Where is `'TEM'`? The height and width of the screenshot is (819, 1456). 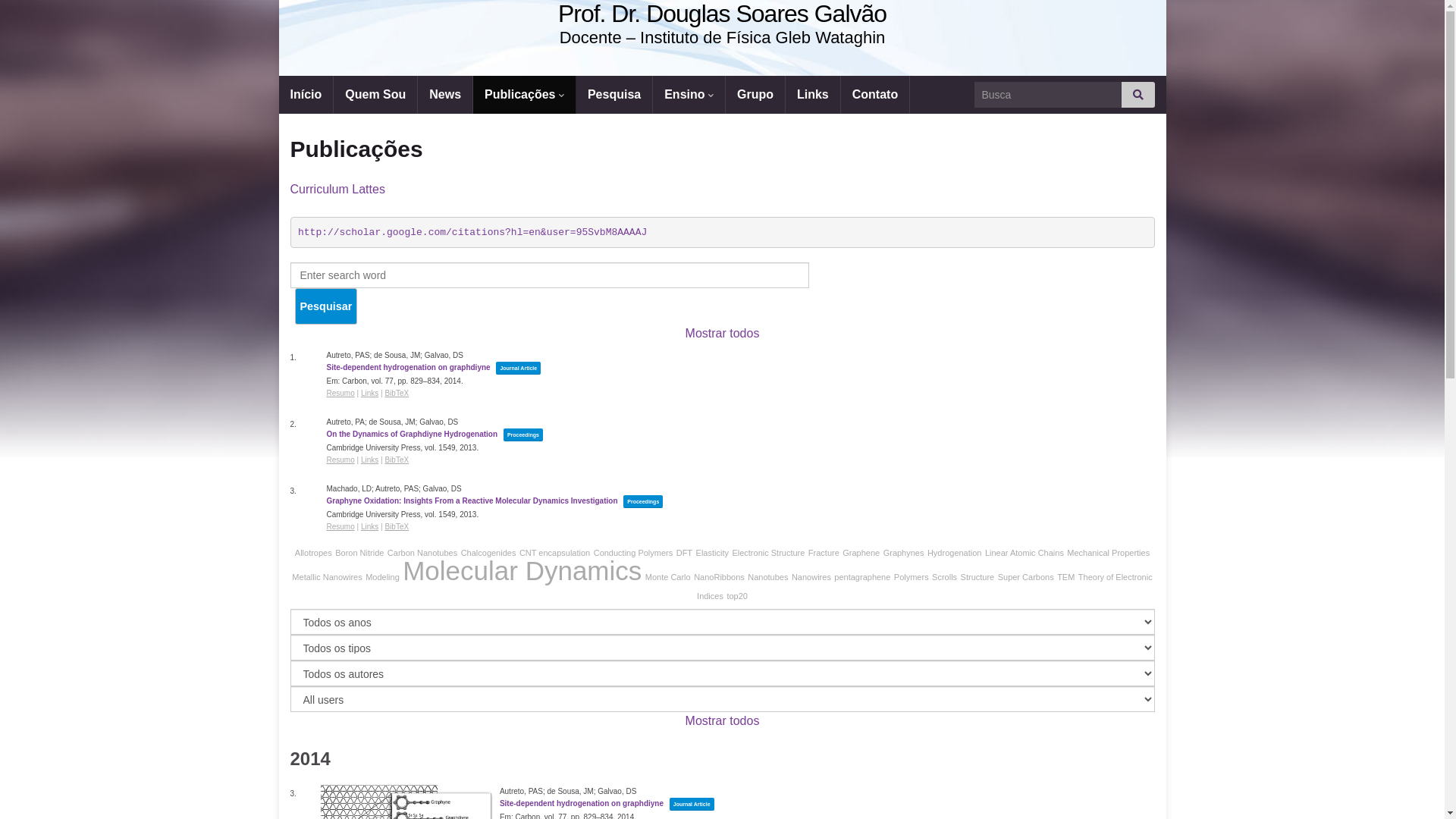
'TEM' is located at coordinates (1065, 576).